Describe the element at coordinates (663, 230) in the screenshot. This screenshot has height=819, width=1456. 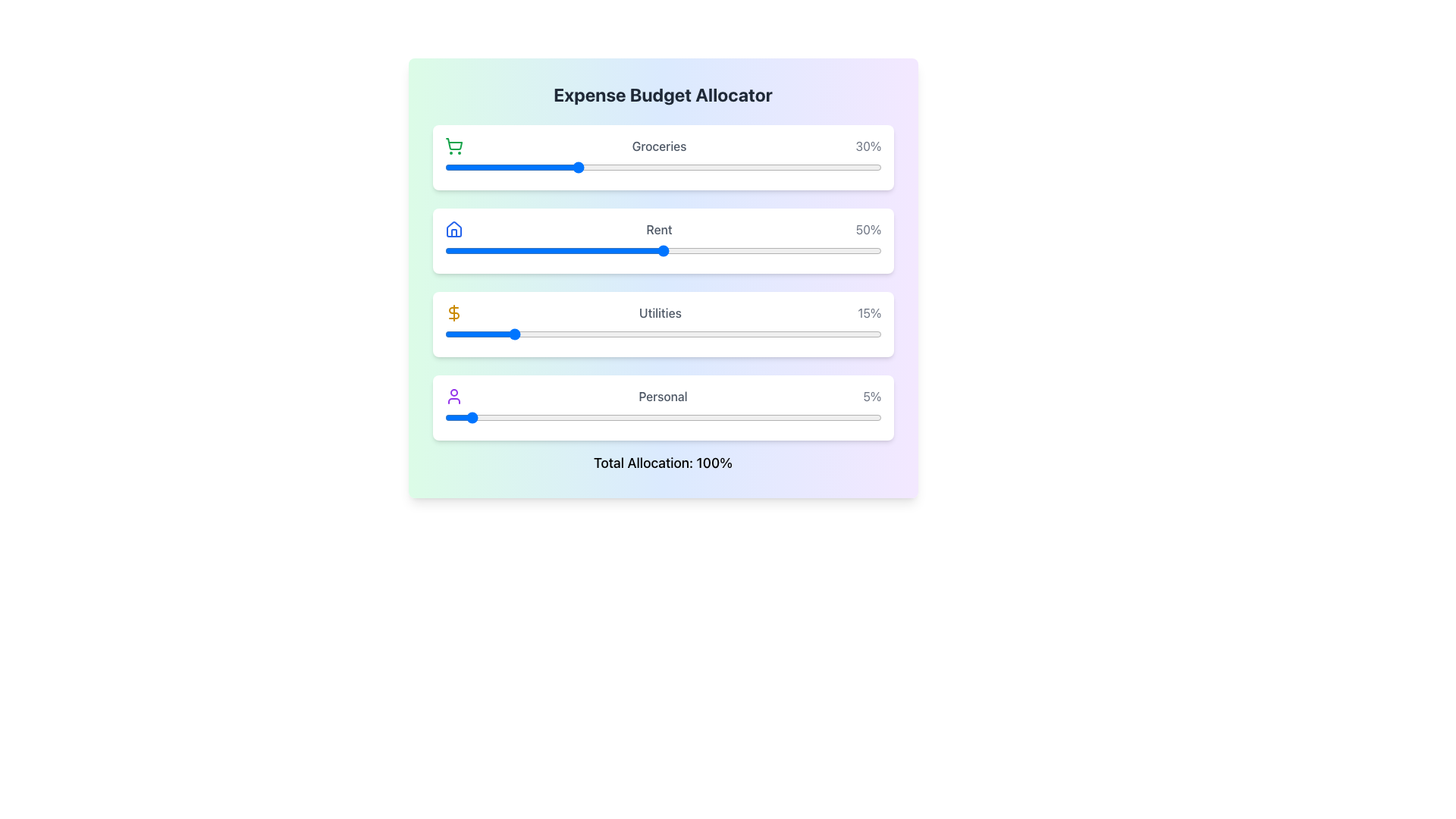
I see `the 'Rent' expense category label and value display section, which features a blue house icon on the left and is centrally aligned within the card` at that location.